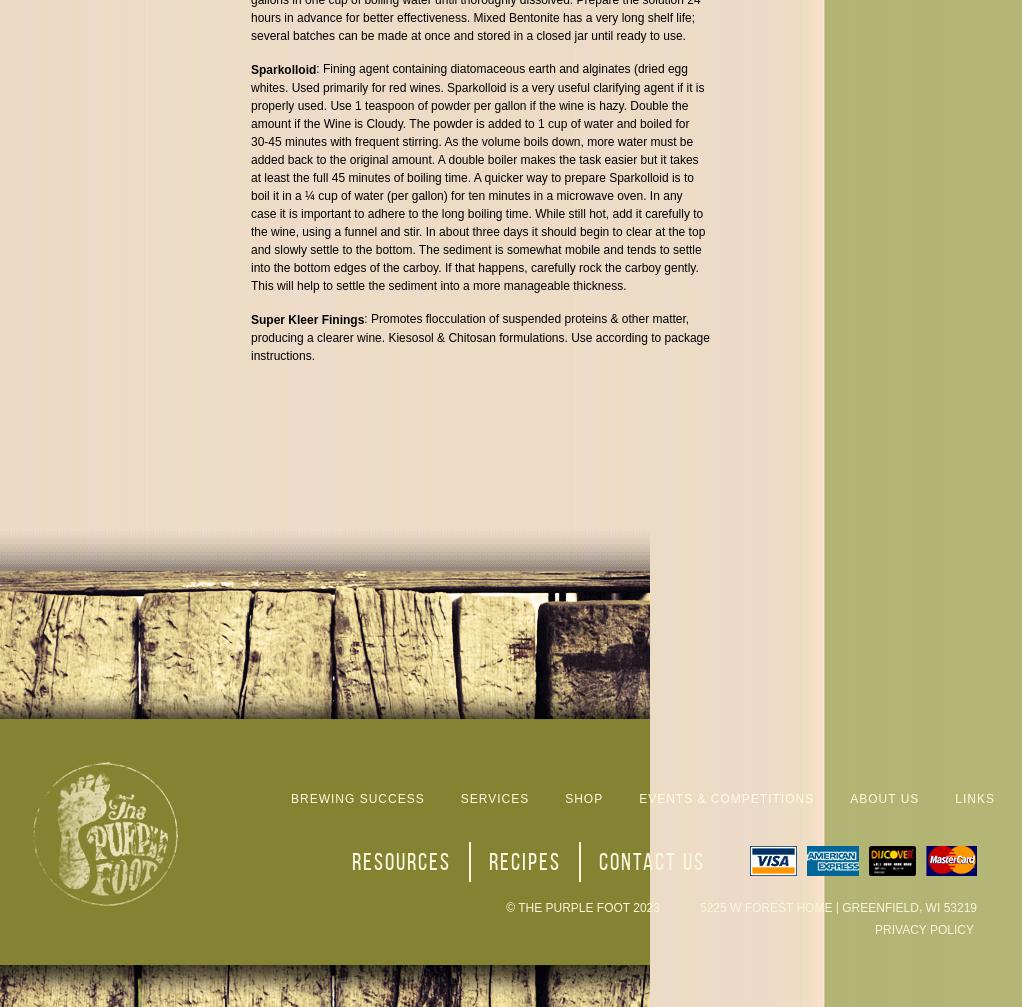 The height and width of the screenshot is (1007, 1022). I want to click on ': Fining agent containing diatomaceous earth and alginates (dried egg whites. Used primarily for red wines. Sparkolloid is a very useful clarifying agent if it is properly used. Use 1 teaspoon of powder per gallon if the wine is hazy. Double the amount if the Wine is Cloudy. The powder is added to 1 cup of water and boiled for 30-45 minutes with frequent stirring. As the volume boils down, more water must be added back to the original amount. A double boiler makes the task easier but it takes at least the full 45 minutes of boiling time. A quicker way to prepare Sparkolloid is to boil it in a ¼ cup of water (per gallon) for ten minutes in a microwave oven. In any case it is important to adhere to the long boiling time. While still hot, add it carefully to the wine, using a funnel and stir. In about three days it should begin to clear at the top and slowly settle to the bottom. The sediment is somewhat mobile and tends to settle into the bottom edges of the carboy. If that happens, carefully rock the carboy gently. This will help to settle the sediment into a more manageable thickness.', so click(477, 177).